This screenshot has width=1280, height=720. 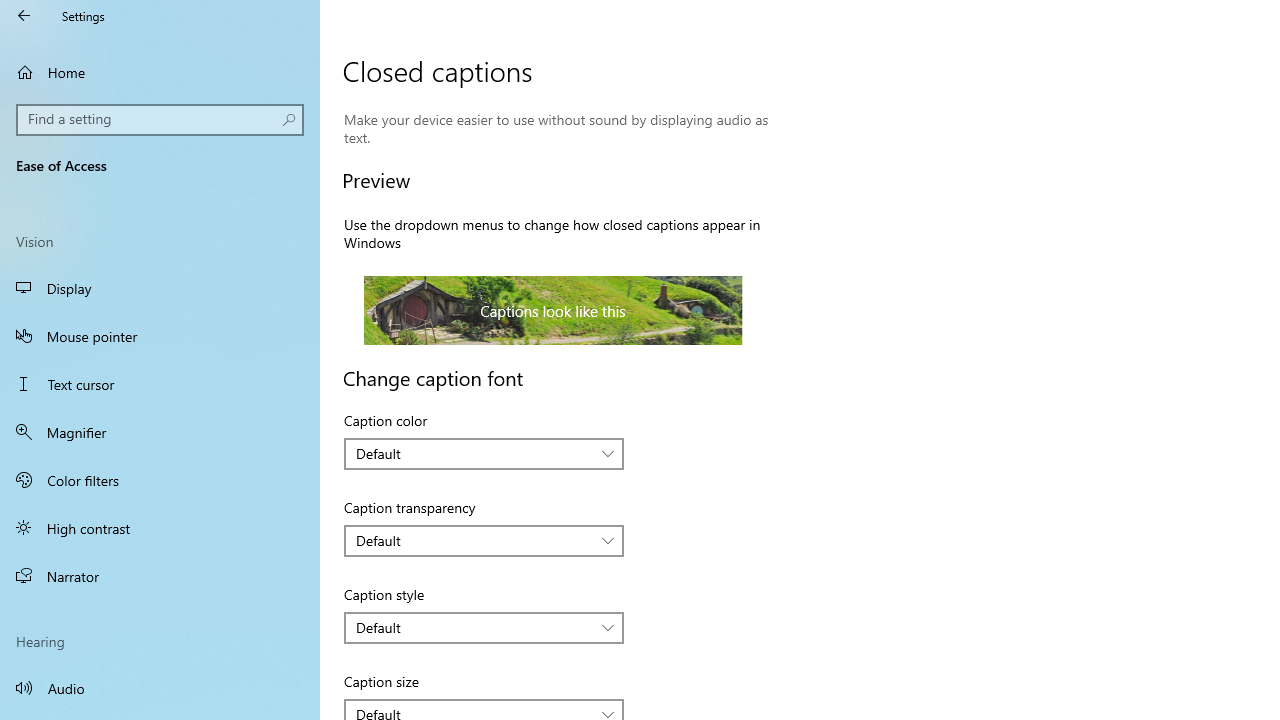 What do you see at coordinates (160, 384) in the screenshot?
I see `'Text cursor'` at bounding box center [160, 384].